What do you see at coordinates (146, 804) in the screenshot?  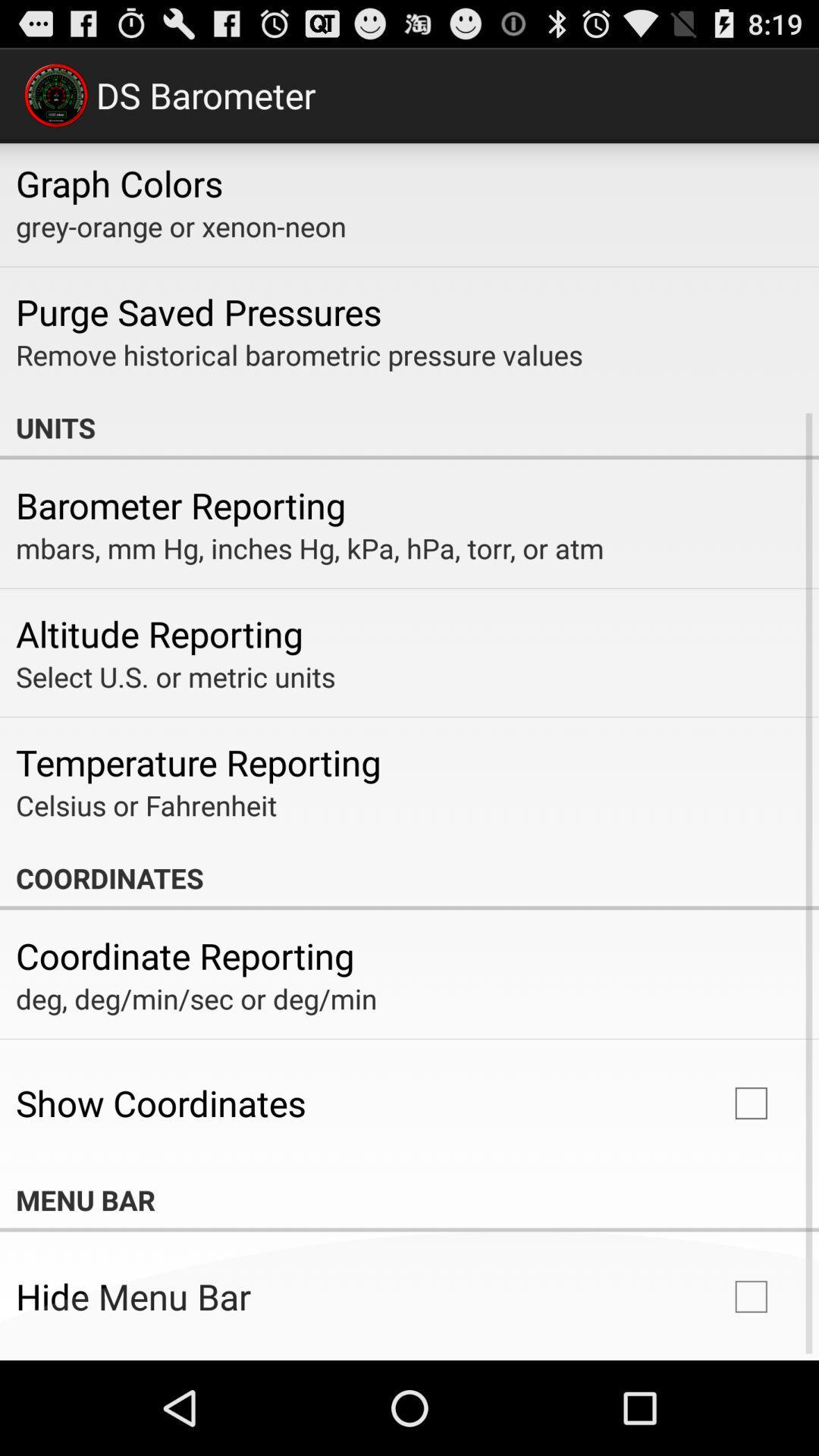 I see `app below the temperature reporting icon` at bounding box center [146, 804].